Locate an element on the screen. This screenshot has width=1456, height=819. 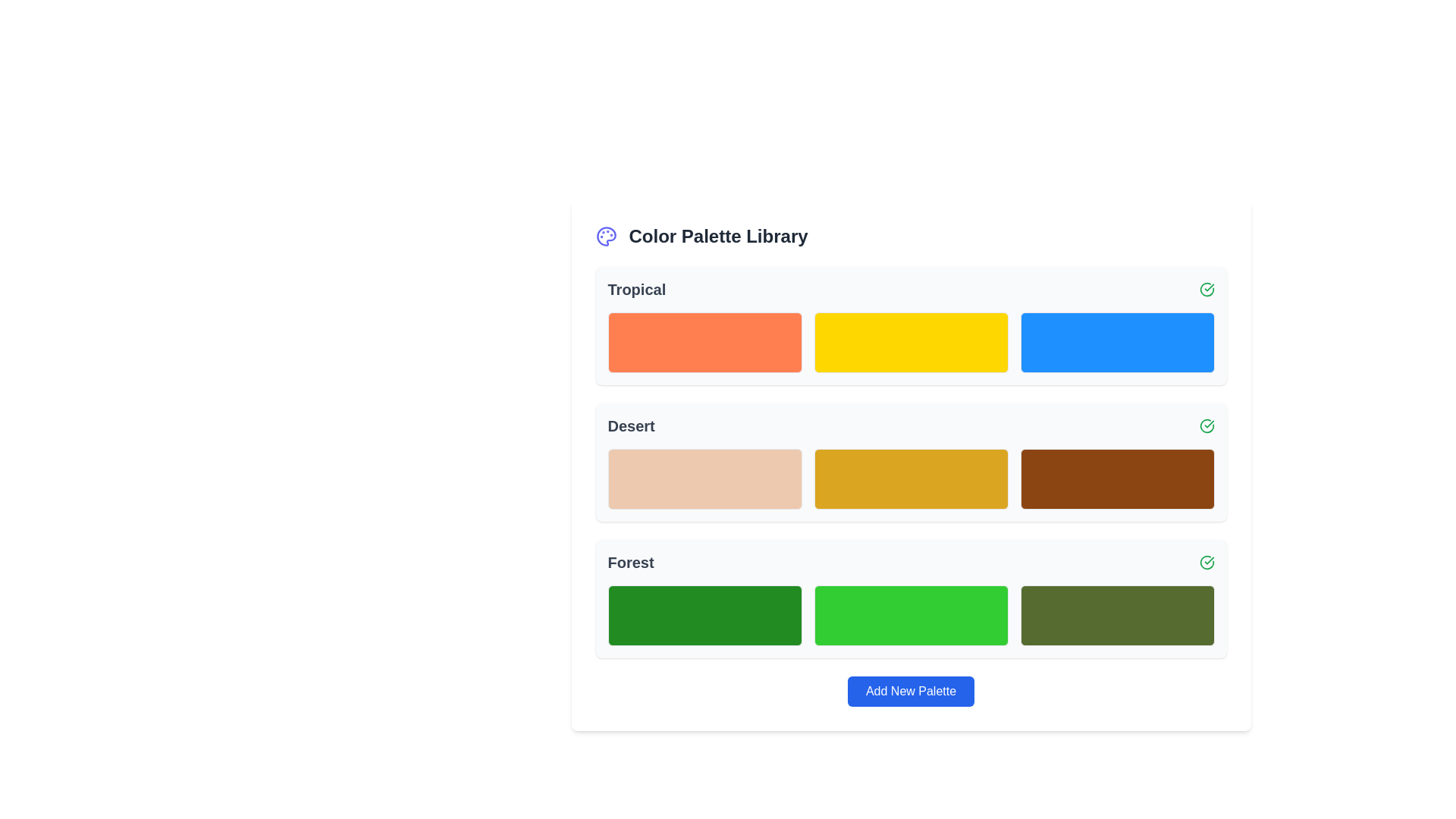
the color swatch labeled 'Desert' is located at coordinates (910, 479).